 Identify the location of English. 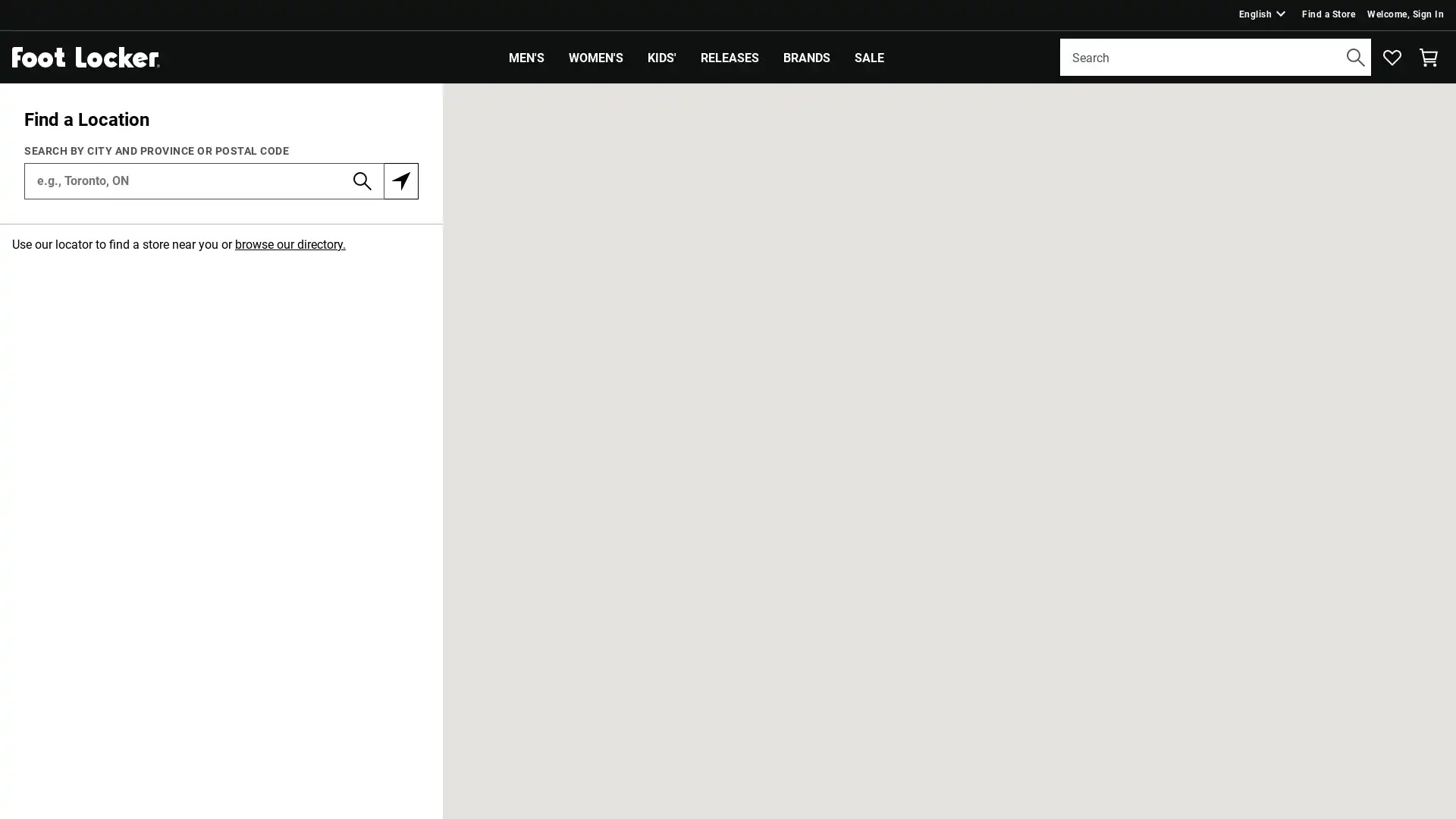
(1263, 14).